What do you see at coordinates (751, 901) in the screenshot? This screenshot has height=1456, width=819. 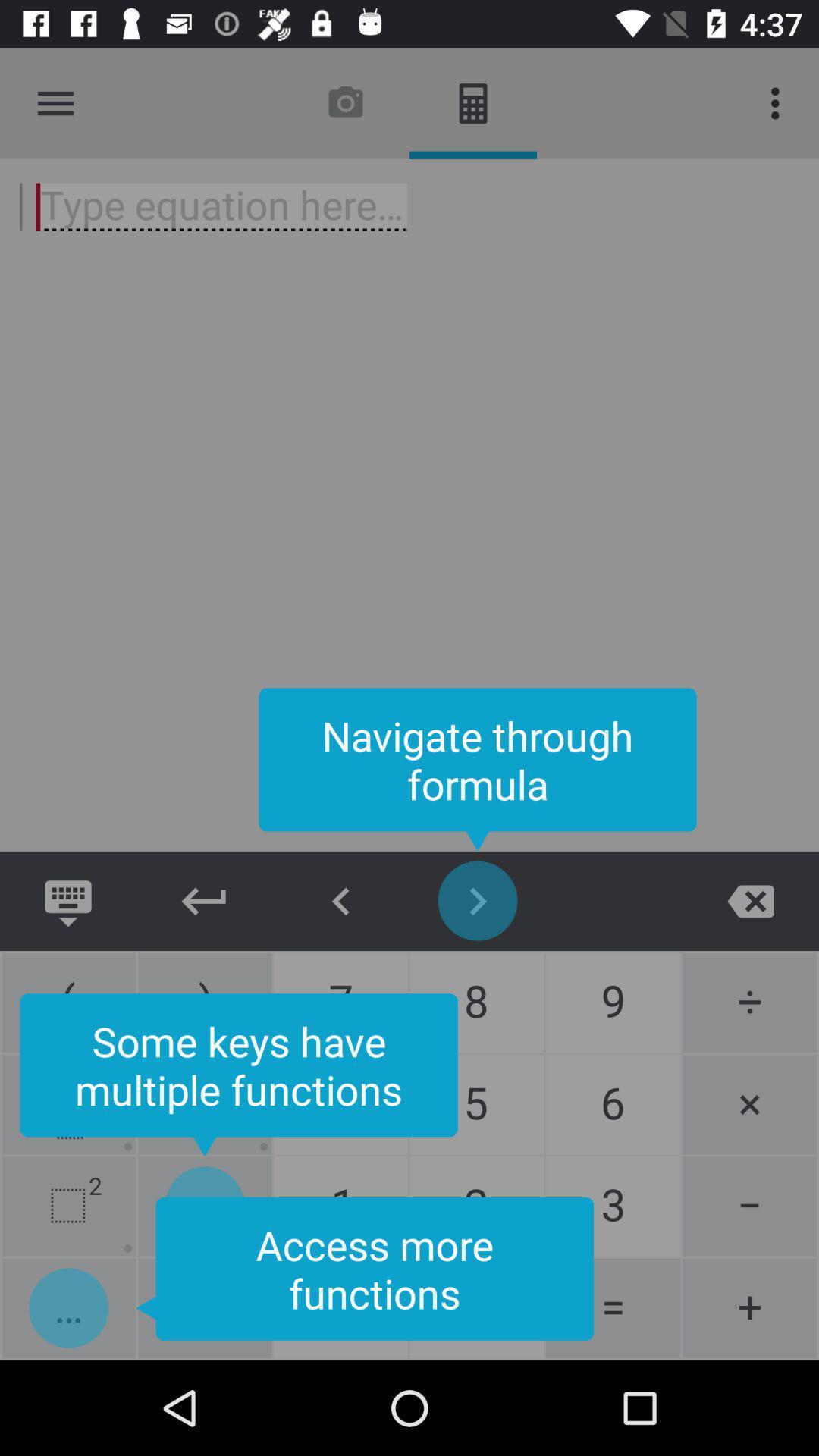 I see `back` at bounding box center [751, 901].